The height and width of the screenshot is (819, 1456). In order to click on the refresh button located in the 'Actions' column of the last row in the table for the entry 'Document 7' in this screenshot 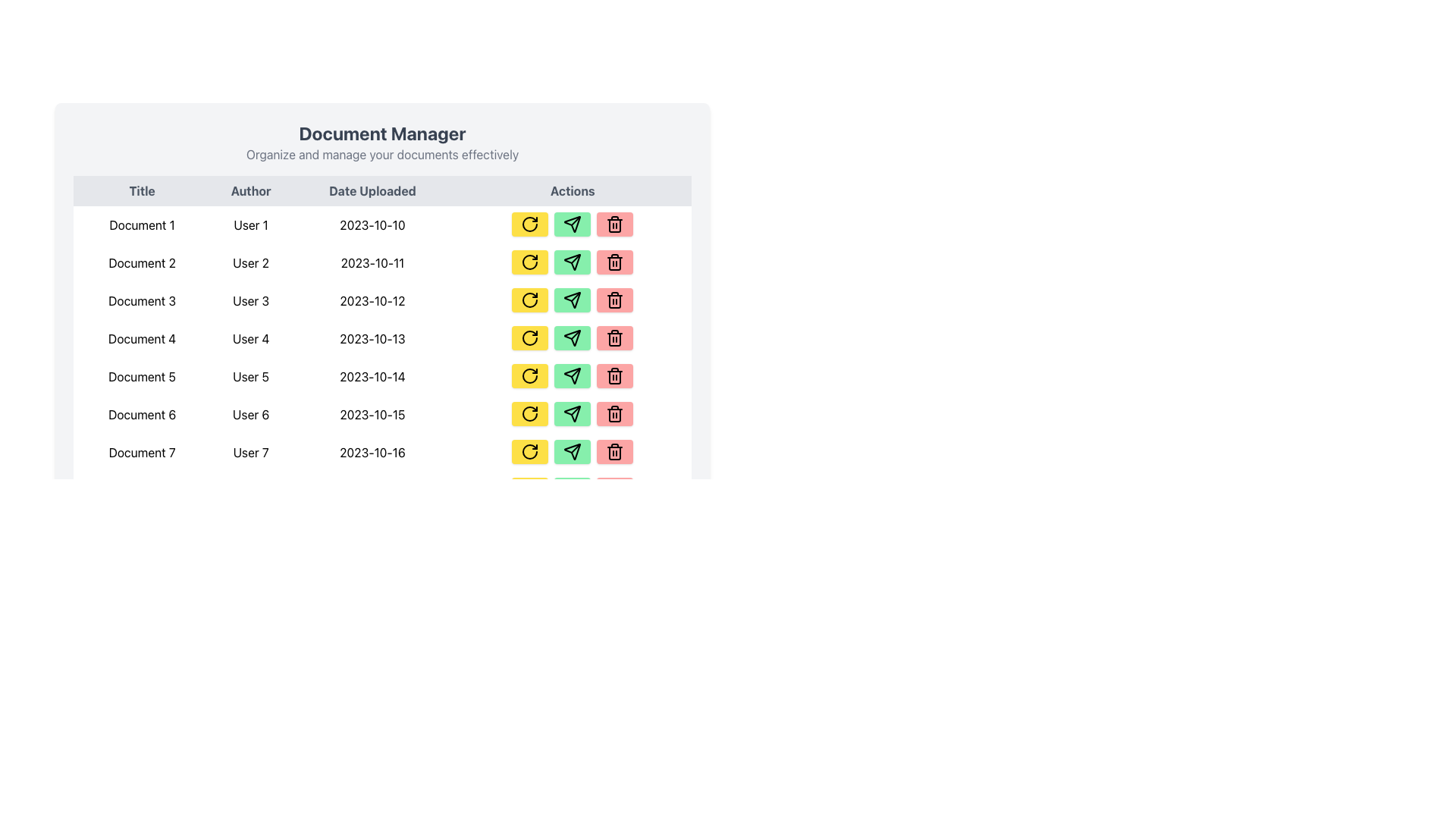, I will do `click(530, 451)`.